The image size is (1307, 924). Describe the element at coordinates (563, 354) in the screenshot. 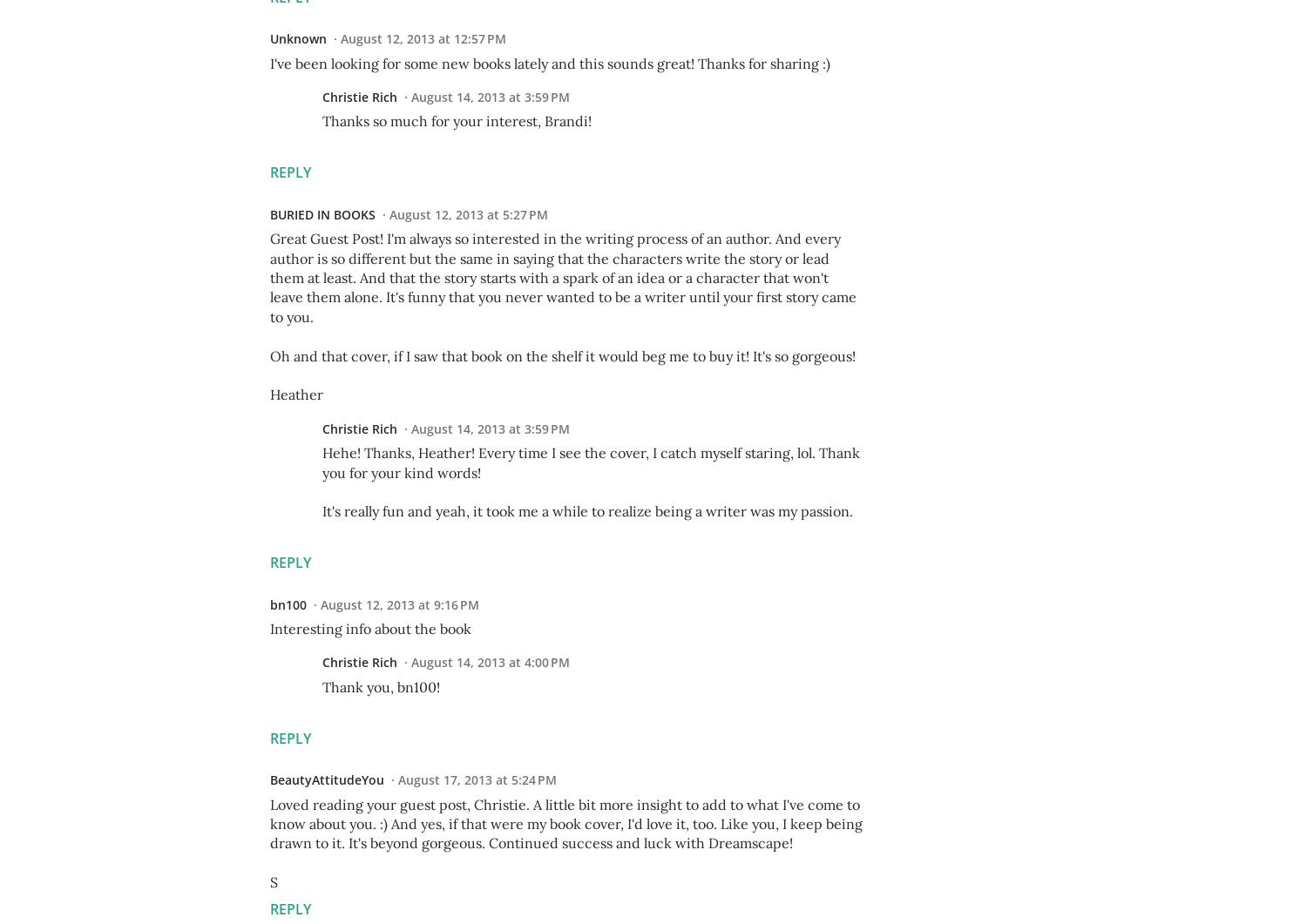

I see `'Oh and that cover, if I saw that book on the shelf it would beg me to buy it! It's so gorgeous!'` at that location.